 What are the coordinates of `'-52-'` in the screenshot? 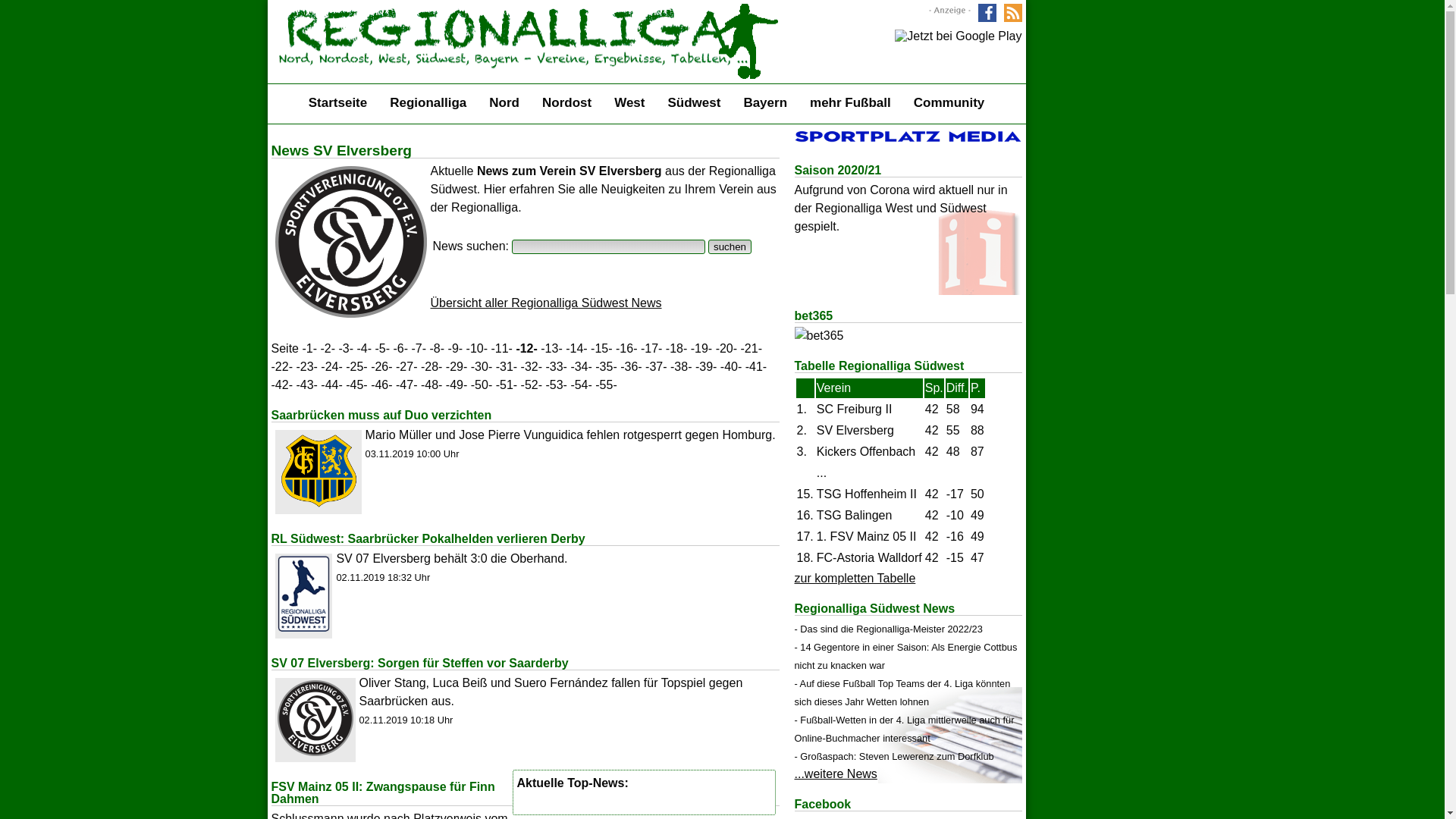 It's located at (531, 384).